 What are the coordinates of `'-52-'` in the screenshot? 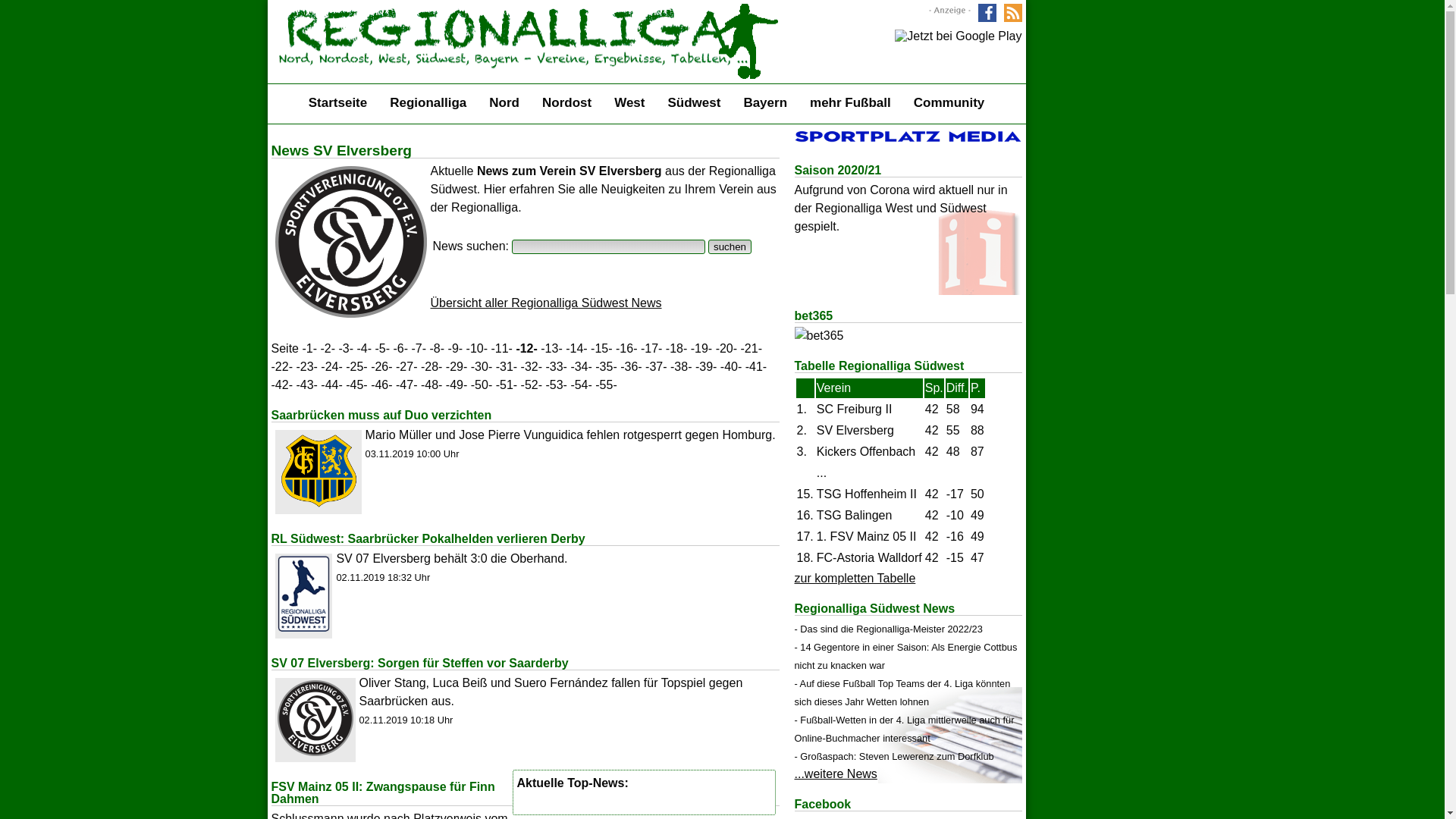 It's located at (531, 384).